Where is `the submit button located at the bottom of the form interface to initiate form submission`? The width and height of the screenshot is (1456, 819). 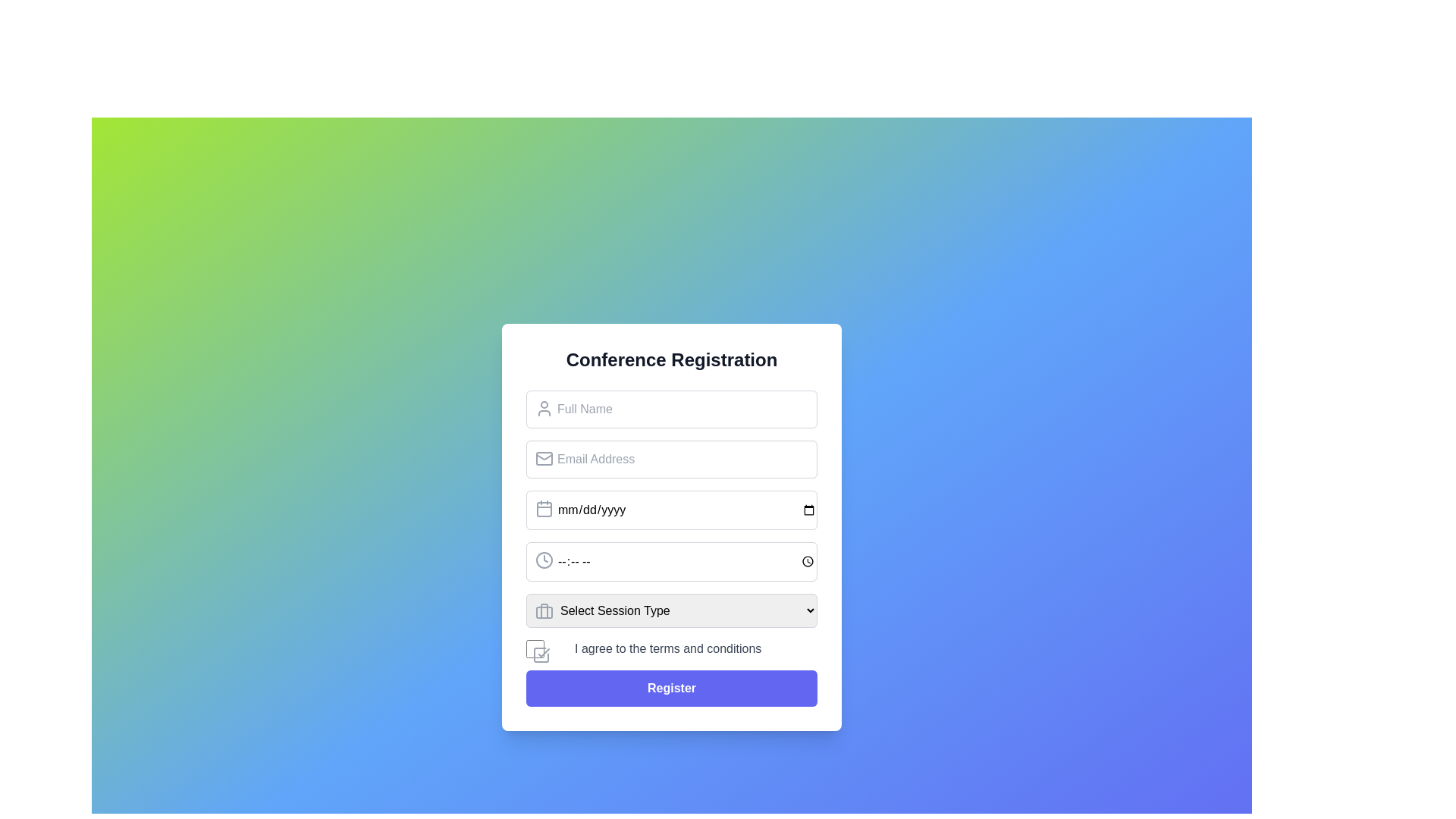 the submit button located at the bottom of the form interface to initiate form submission is located at coordinates (671, 688).